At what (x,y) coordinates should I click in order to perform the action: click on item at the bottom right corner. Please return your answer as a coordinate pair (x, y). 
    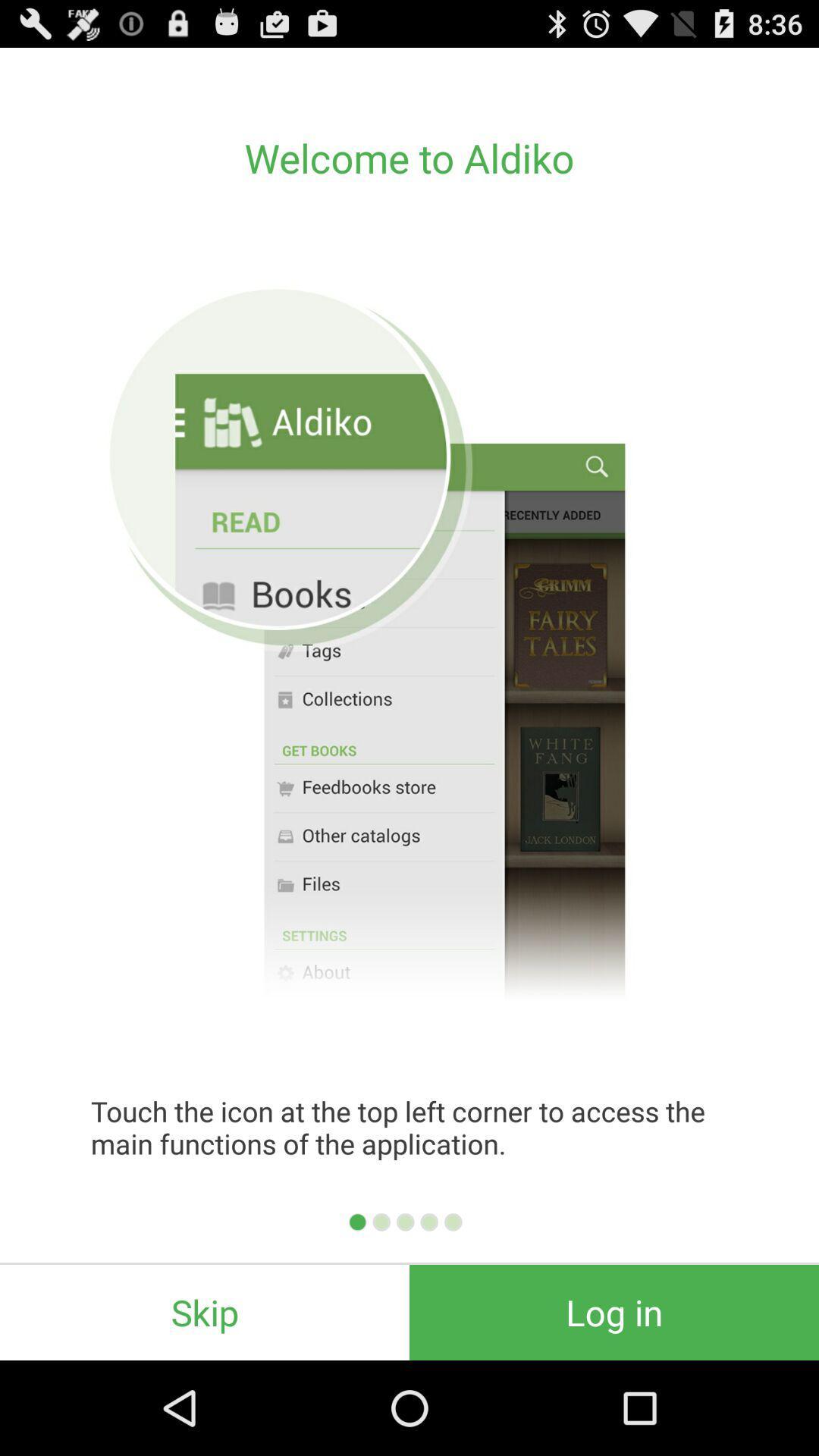
    Looking at the image, I should click on (614, 1312).